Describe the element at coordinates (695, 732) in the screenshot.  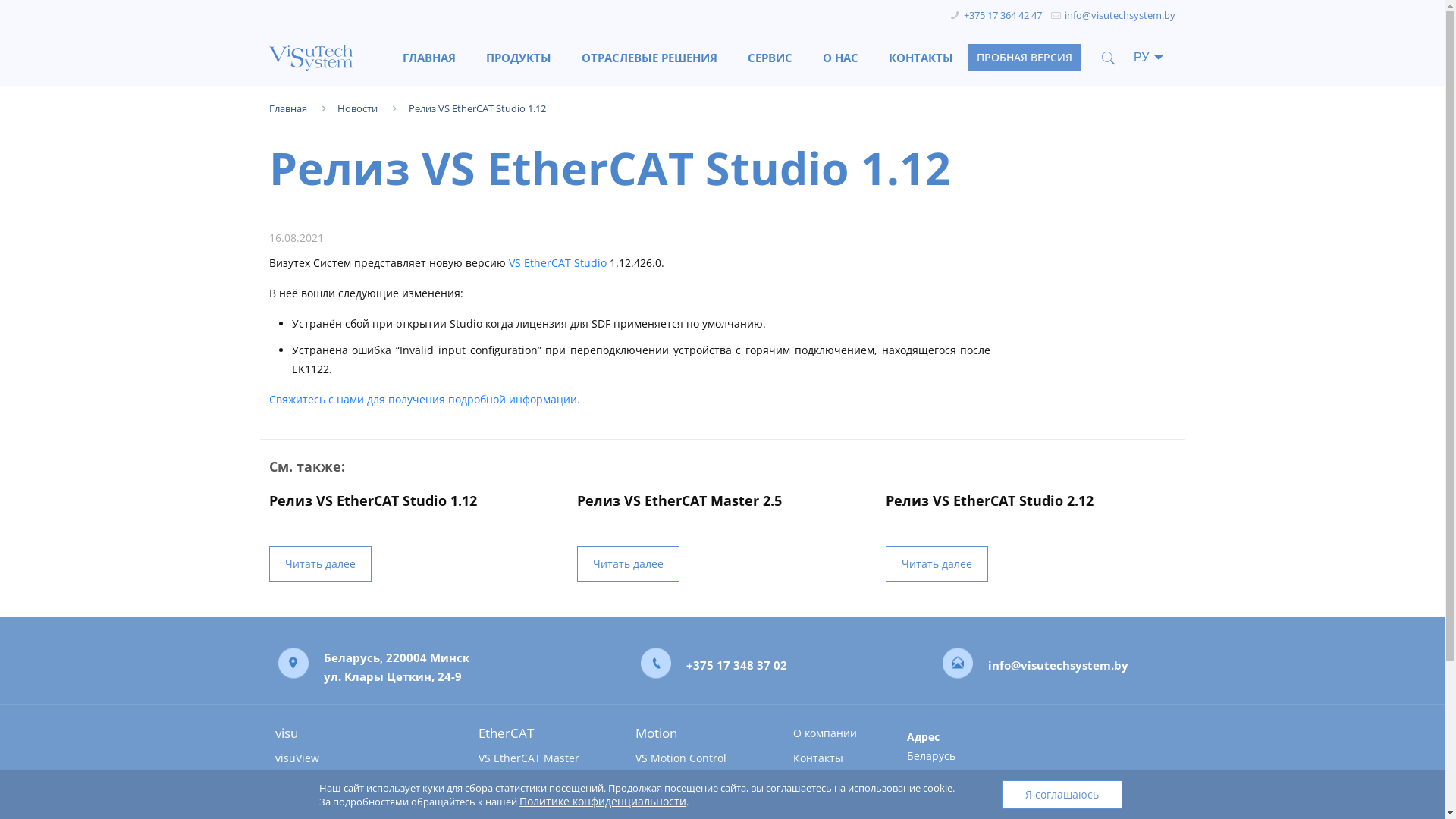
I see `'Motion'` at that location.